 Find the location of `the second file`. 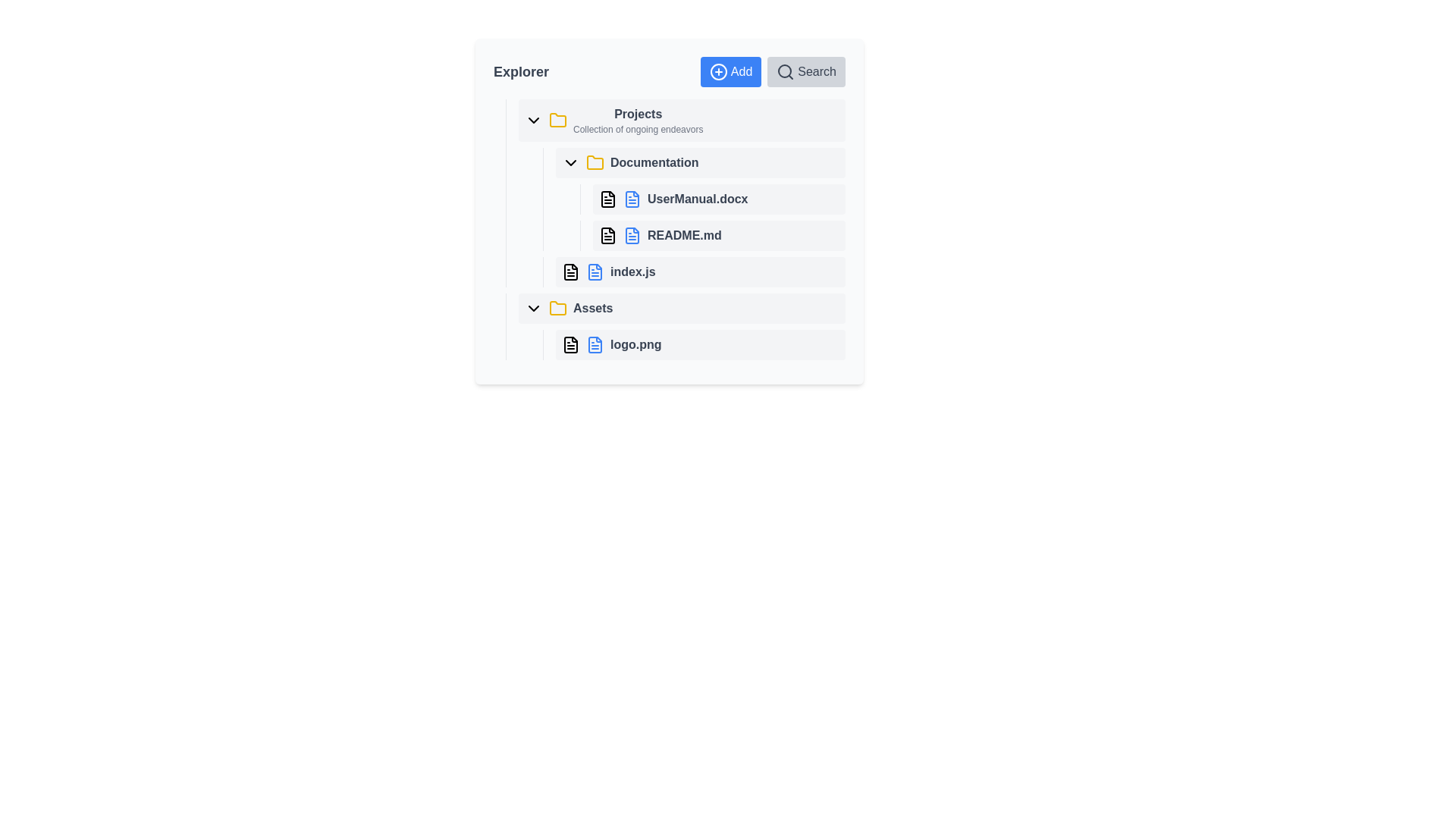

the second file is located at coordinates (687, 217).